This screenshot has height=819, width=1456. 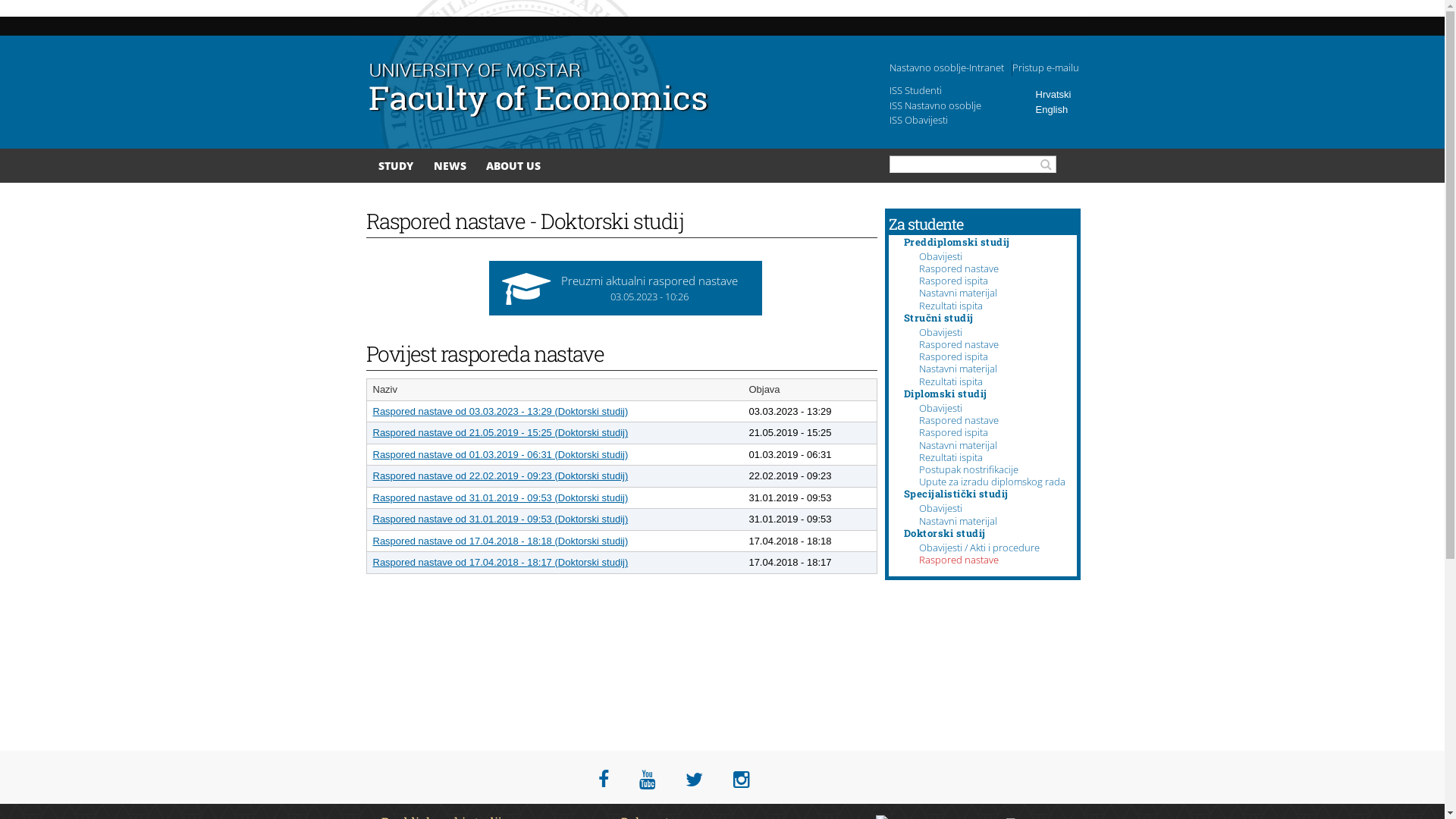 What do you see at coordinates (945, 66) in the screenshot?
I see `'Nastavno osoblje-Intranet'` at bounding box center [945, 66].